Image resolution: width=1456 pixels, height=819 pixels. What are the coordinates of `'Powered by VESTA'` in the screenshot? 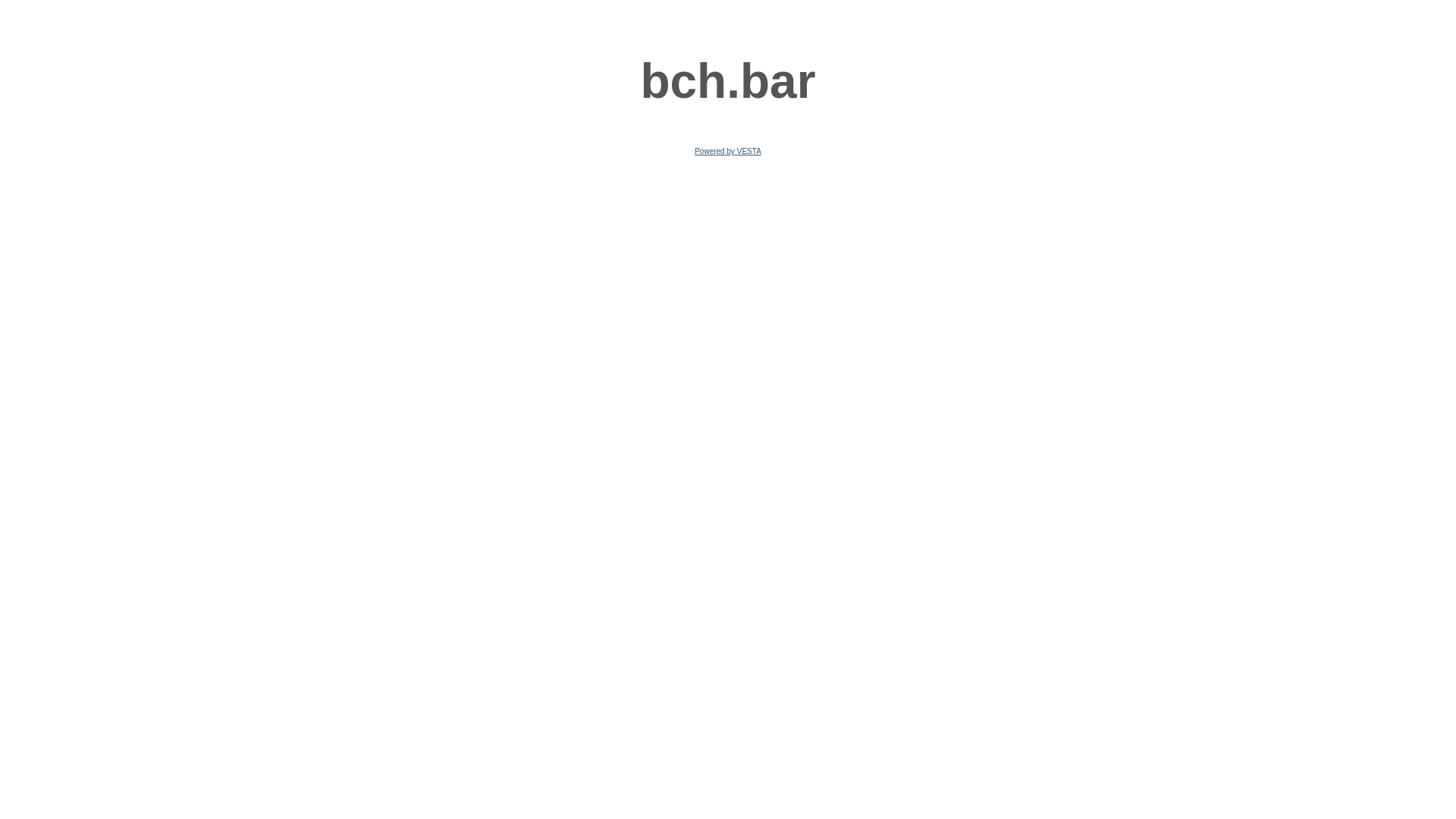 It's located at (728, 151).